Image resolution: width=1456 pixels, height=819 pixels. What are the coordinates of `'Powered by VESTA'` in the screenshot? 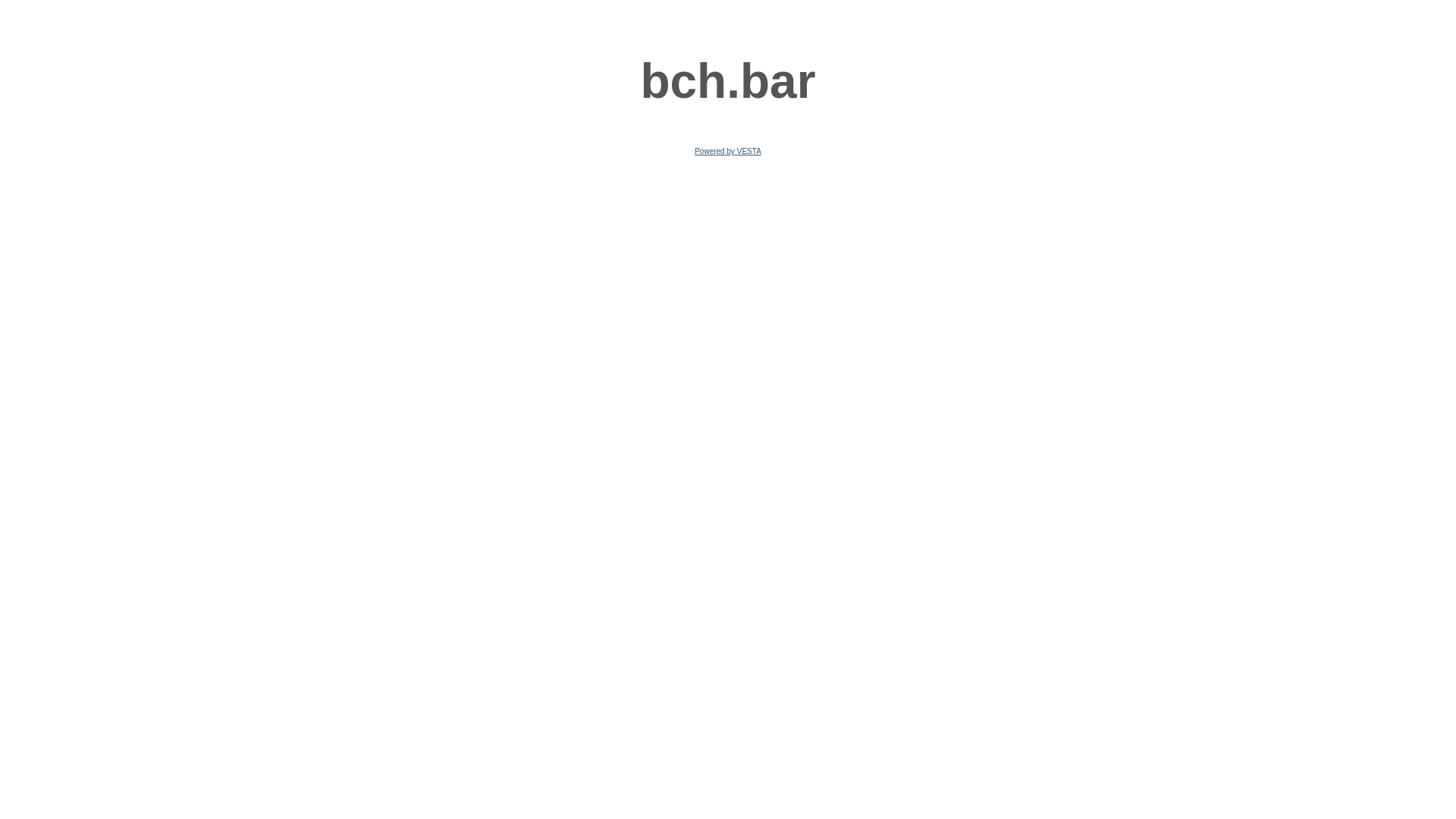 It's located at (728, 151).